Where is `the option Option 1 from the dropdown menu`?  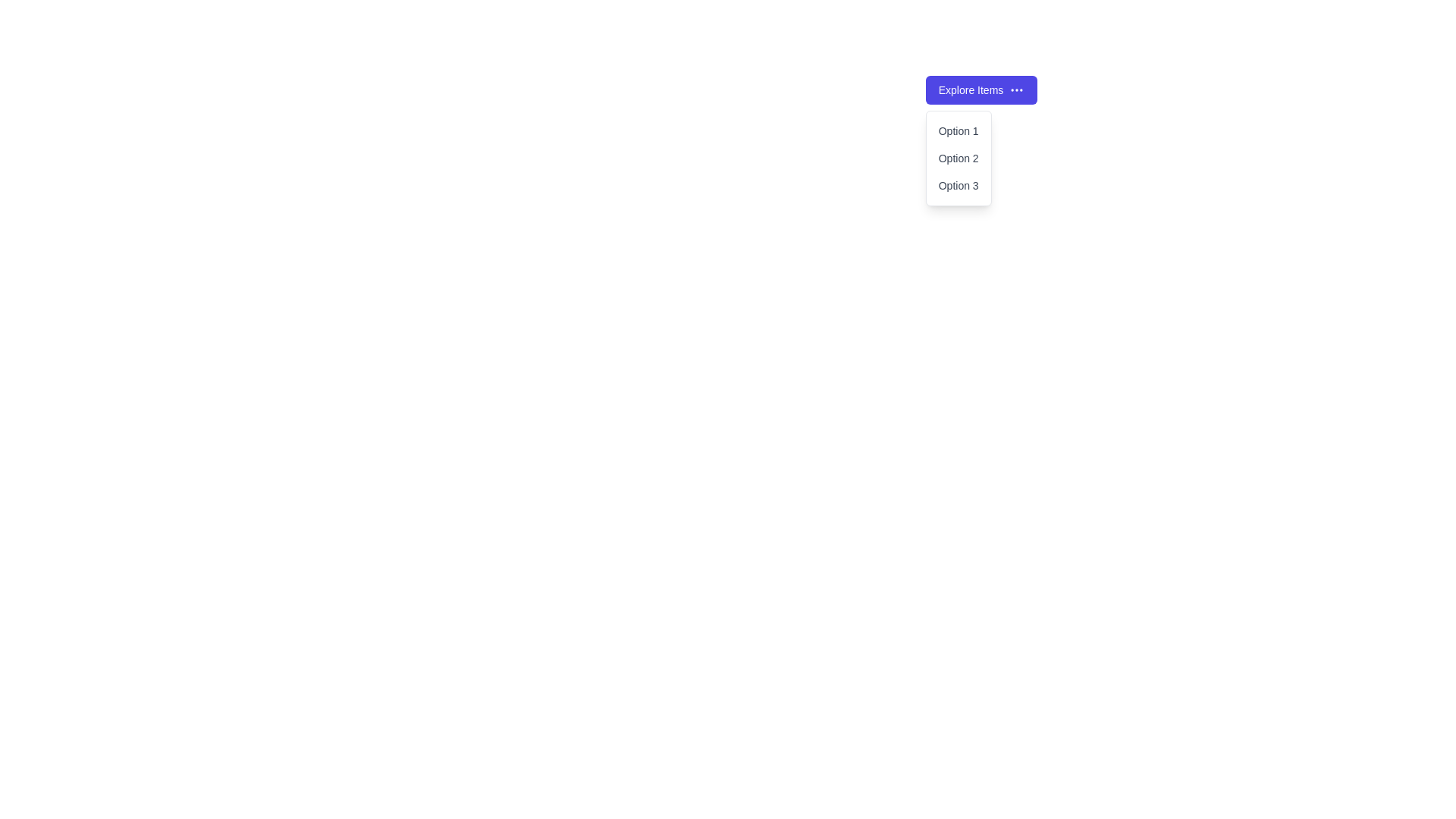 the option Option 1 from the dropdown menu is located at coordinates (958, 130).